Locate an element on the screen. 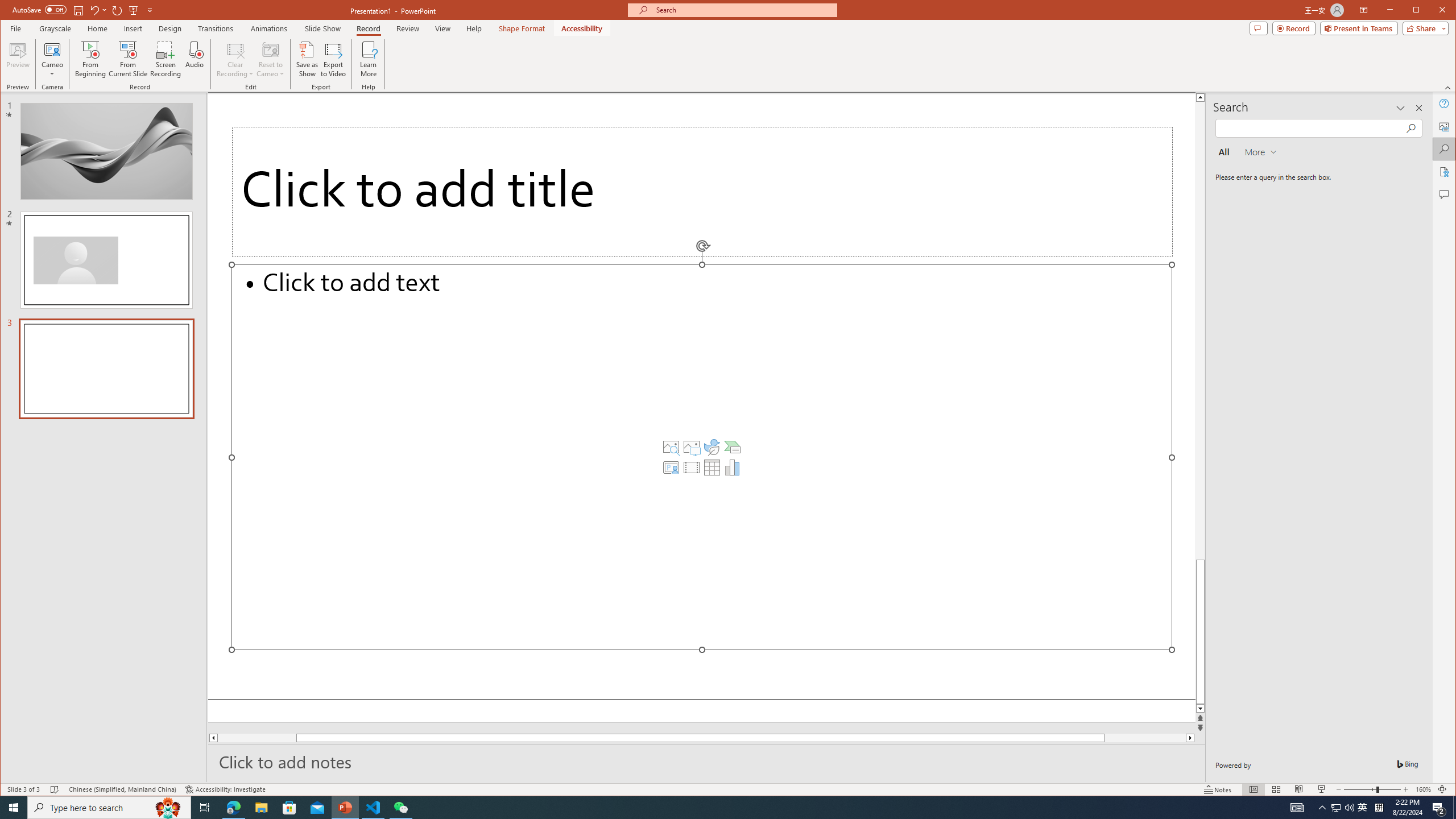 This screenshot has height=819, width=1456. 'Zoom 160%' is located at coordinates (1423, 789).